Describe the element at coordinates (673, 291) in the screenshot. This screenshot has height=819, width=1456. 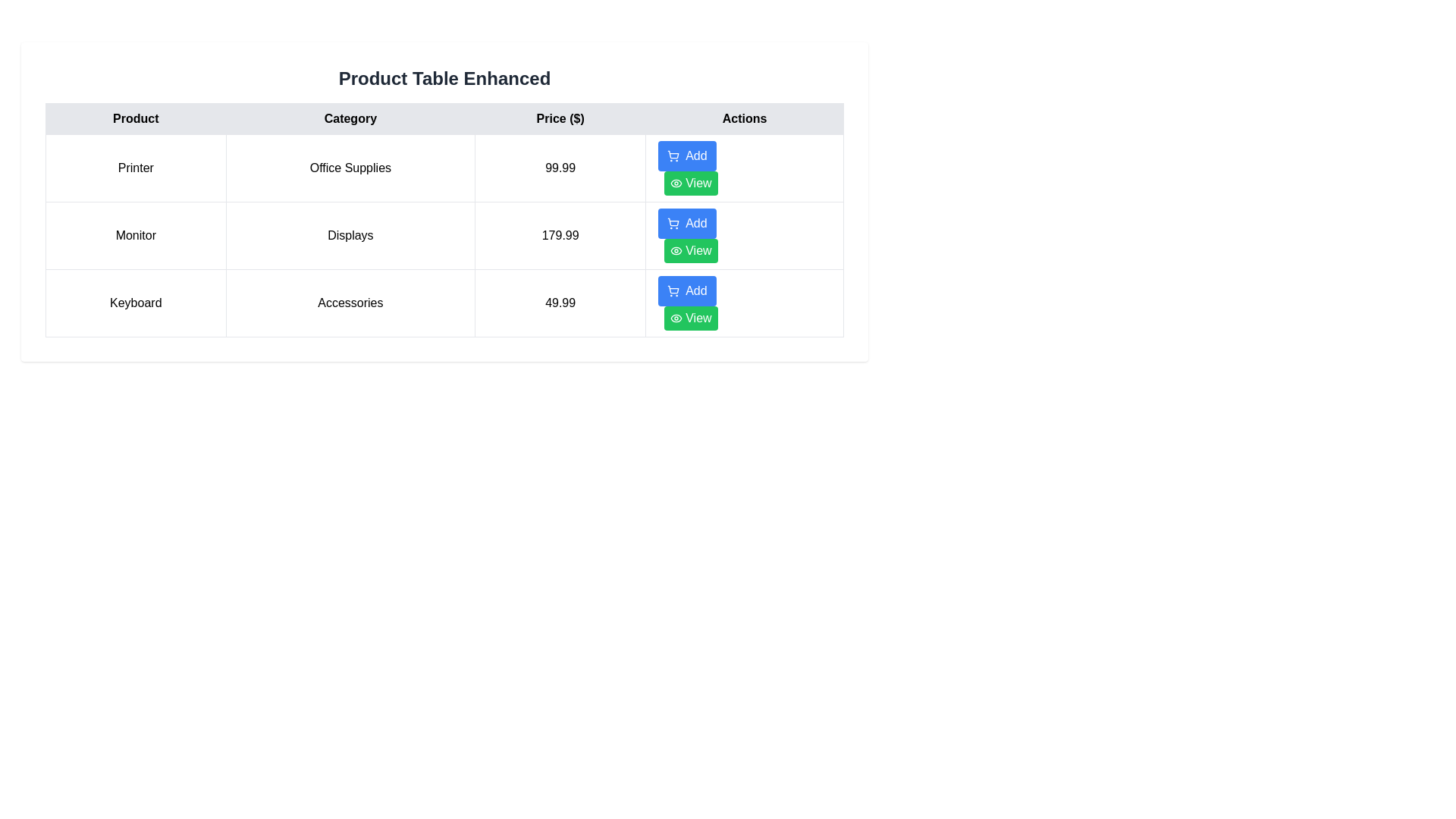
I see `the 'Add' button containing the shopping cart icon, which is styled with a blue outline and is positioned` at that location.